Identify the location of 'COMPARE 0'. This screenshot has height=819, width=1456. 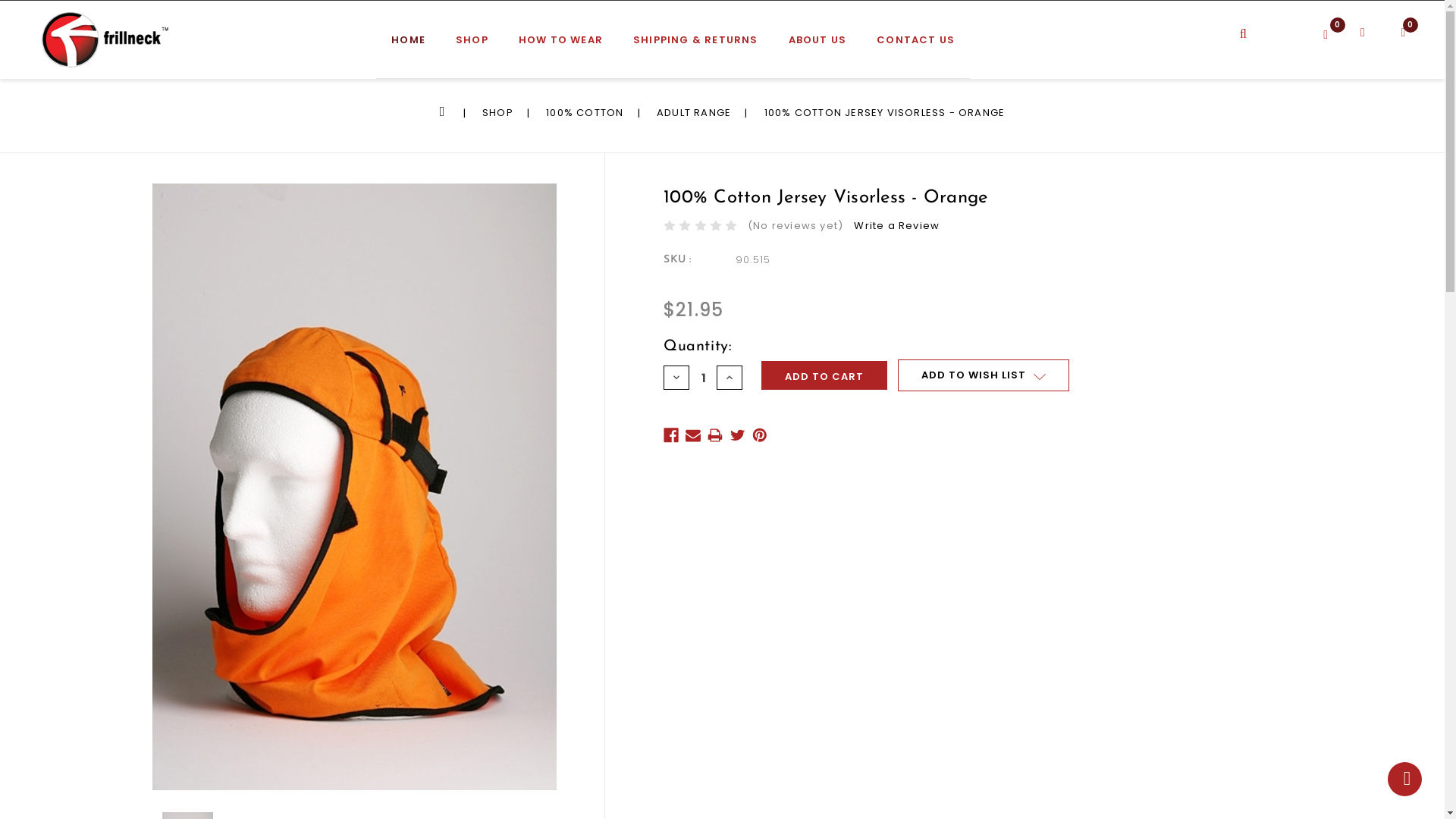
(1338, 31).